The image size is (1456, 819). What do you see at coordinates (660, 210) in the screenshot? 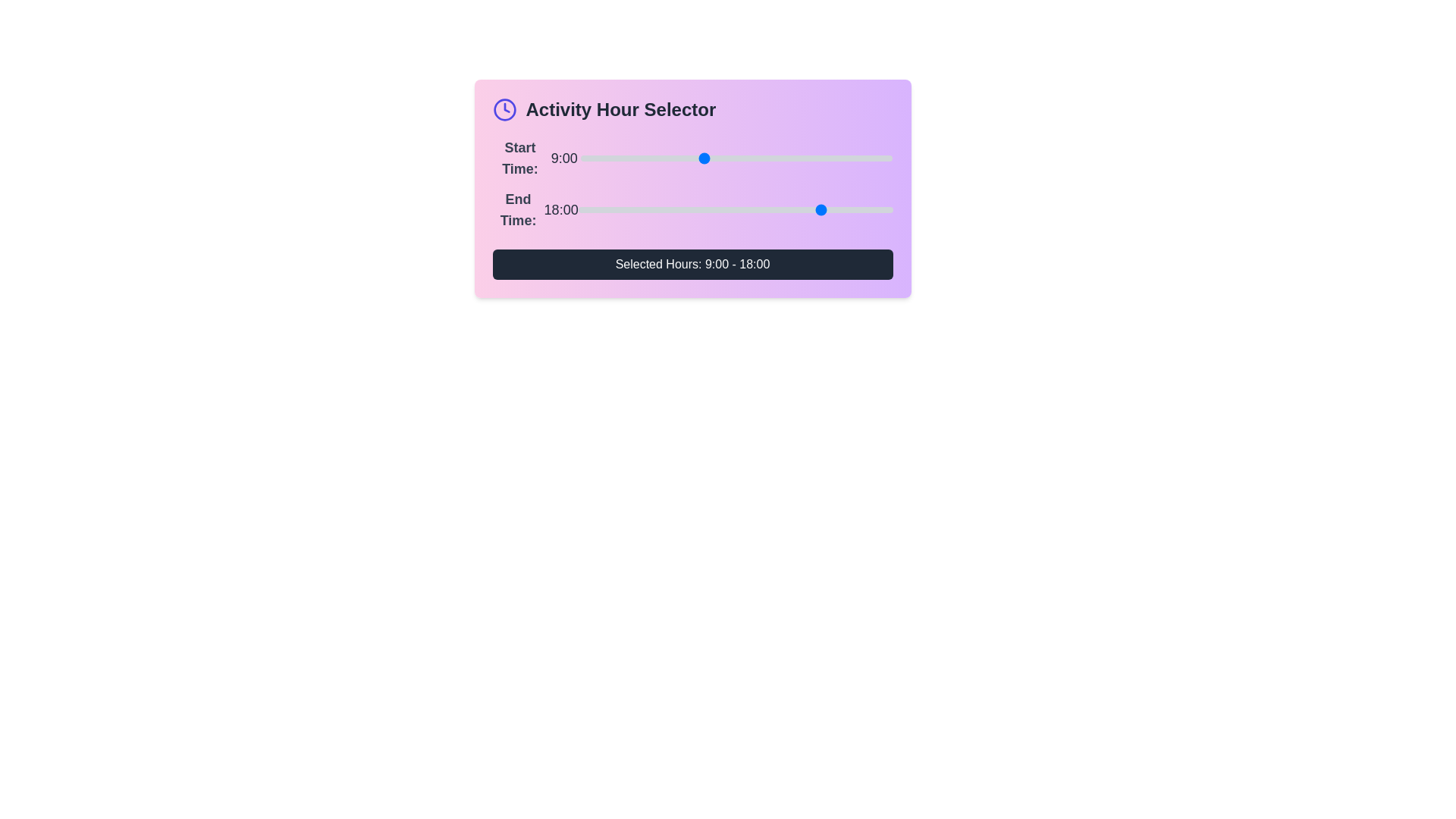
I see `the end time slider to set the hour to 6` at bounding box center [660, 210].